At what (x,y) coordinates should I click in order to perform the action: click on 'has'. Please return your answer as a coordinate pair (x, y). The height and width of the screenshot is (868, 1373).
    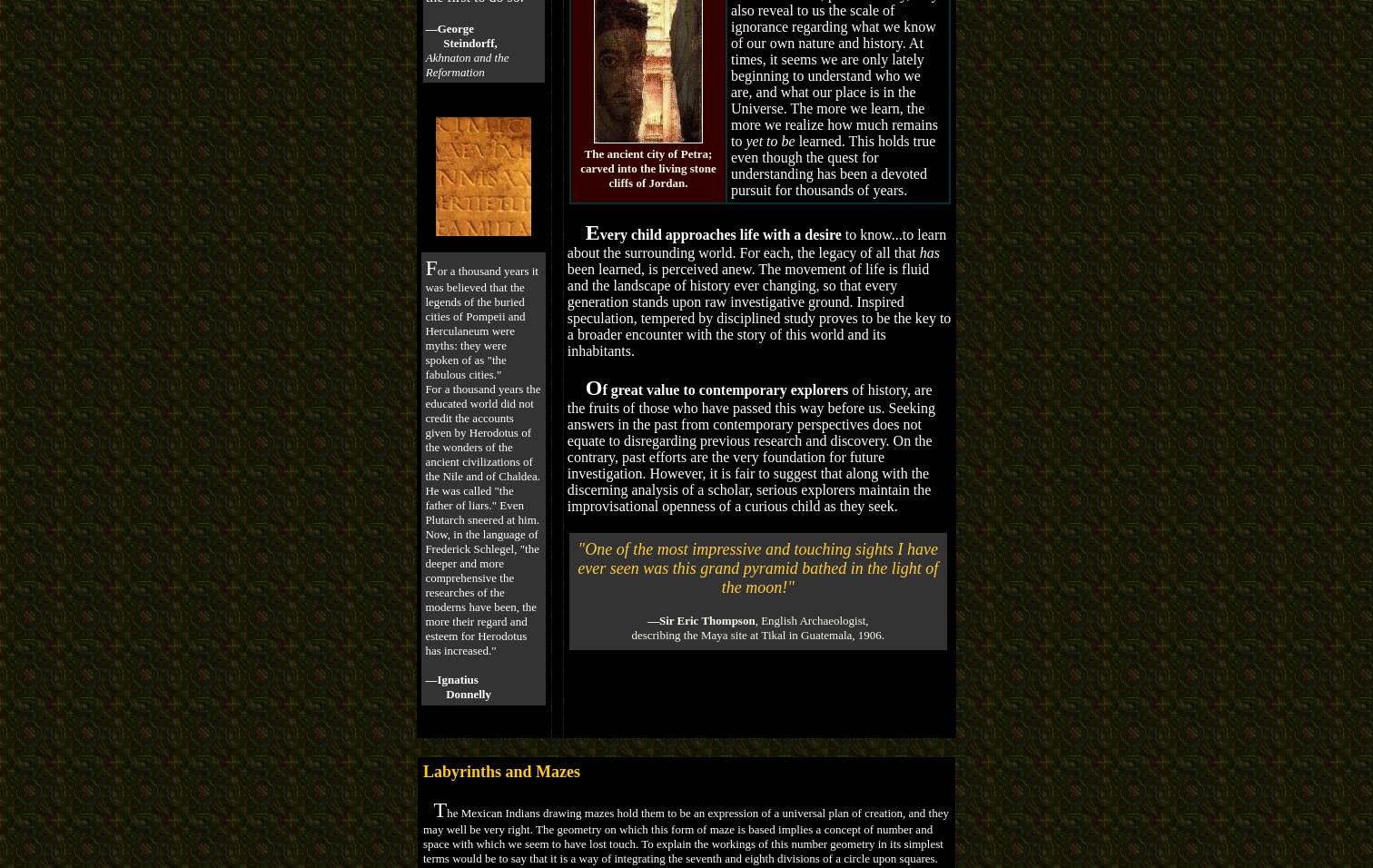
    Looking at the image, I should click on (929, 251).